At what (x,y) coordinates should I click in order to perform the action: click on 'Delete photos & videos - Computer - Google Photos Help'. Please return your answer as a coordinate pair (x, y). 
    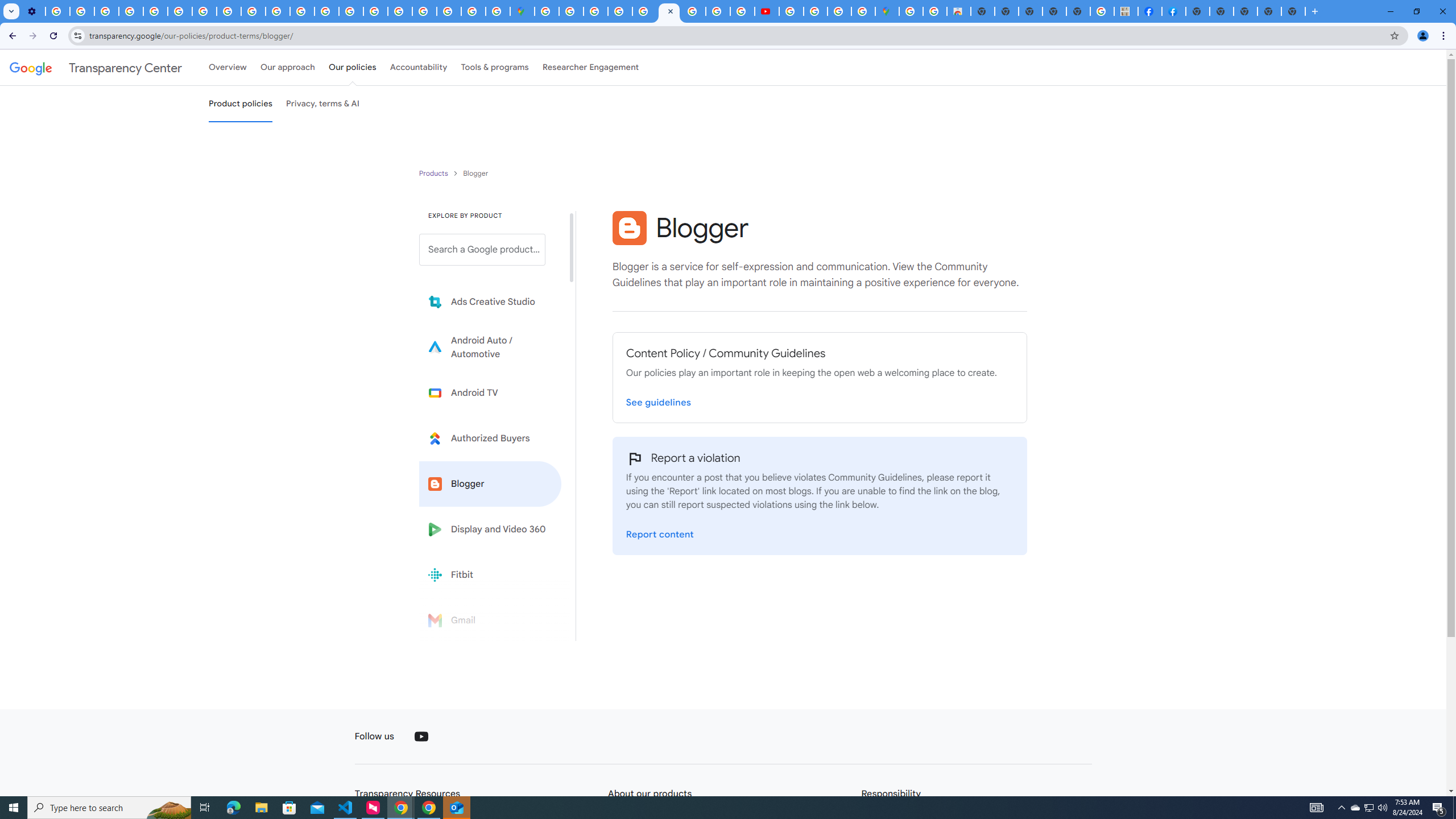
    Looking at the image, I should click on (57, 11).